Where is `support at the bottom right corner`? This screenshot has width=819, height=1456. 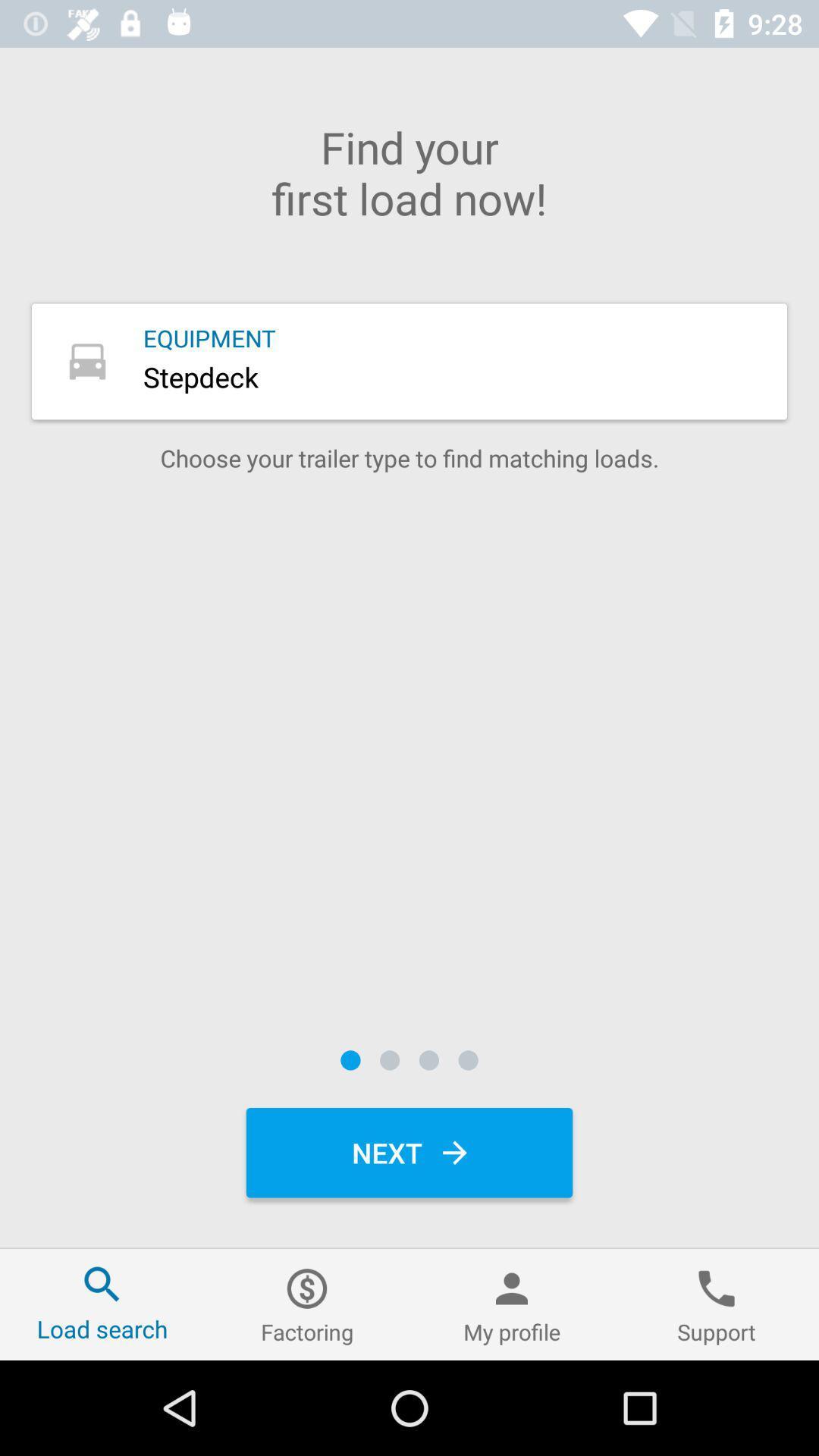
support at the bottom right corner is located at coordinates (717, 1304).